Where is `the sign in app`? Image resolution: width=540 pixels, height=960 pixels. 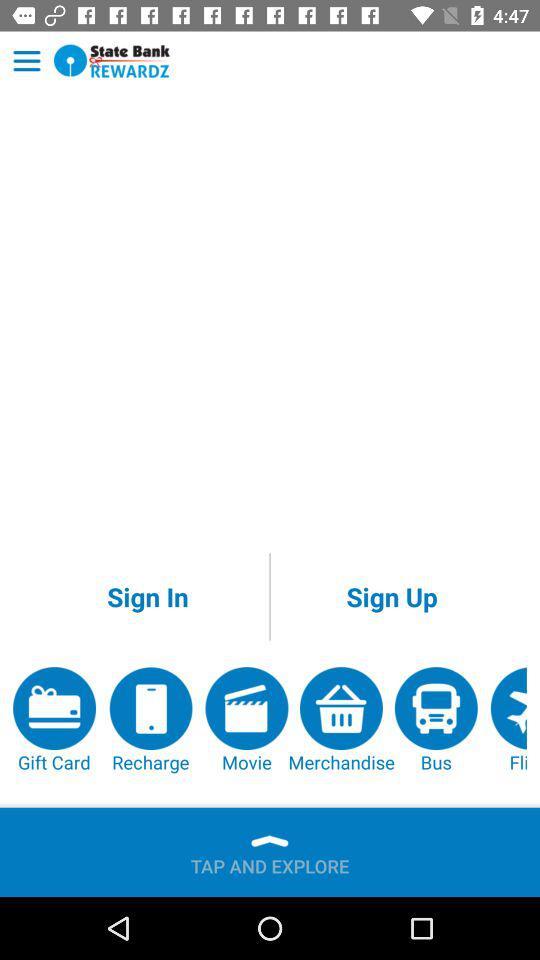
the sign in app is located at coordinates (146, 596).